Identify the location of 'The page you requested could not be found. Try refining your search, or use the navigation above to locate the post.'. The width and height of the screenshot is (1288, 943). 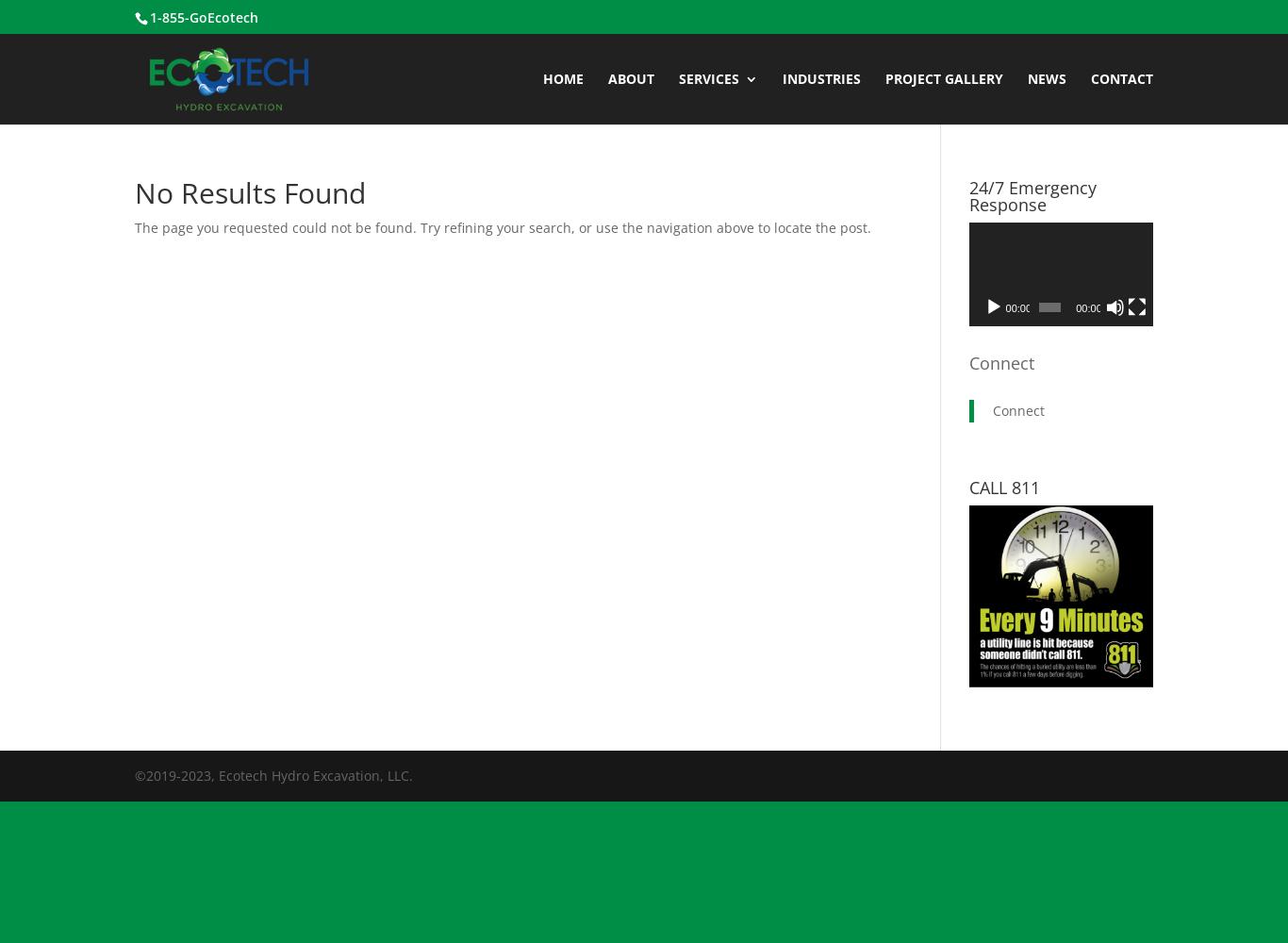
(503, 226).